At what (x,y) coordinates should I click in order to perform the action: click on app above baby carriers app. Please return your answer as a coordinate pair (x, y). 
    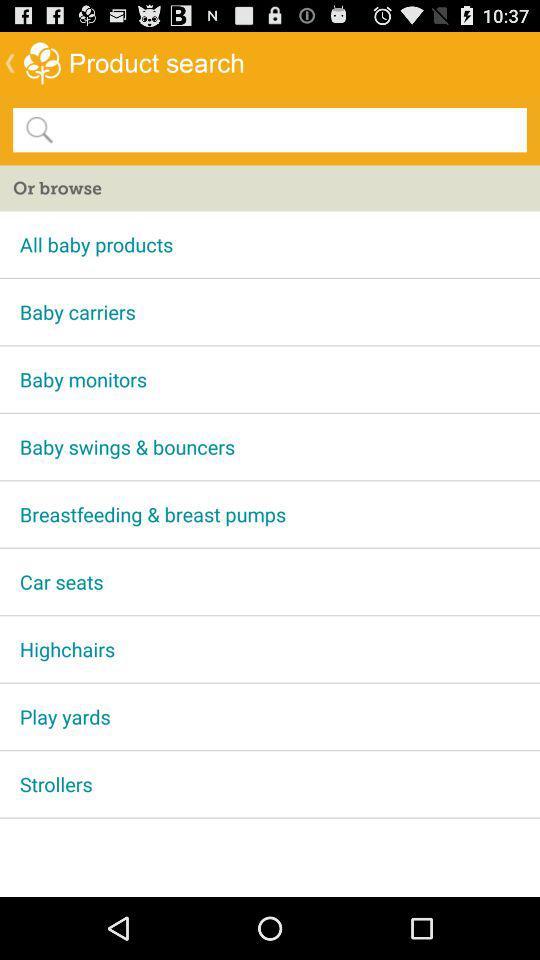
    Looking at the image, I should click on (270, 243).